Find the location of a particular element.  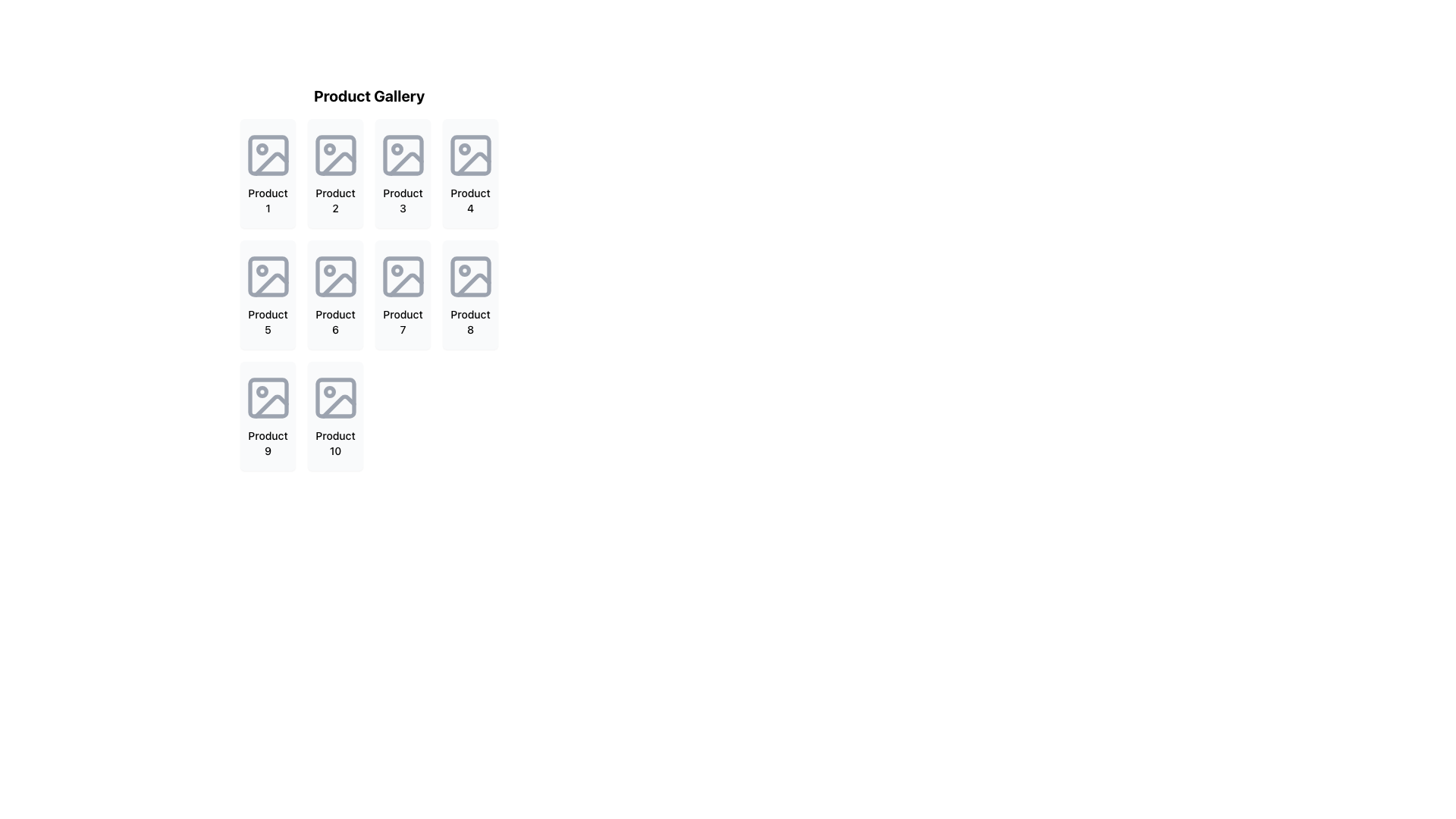

the icon element representing the image placeholder for 'Product 4', located in the second row and second column of the grid layout is located at coordinates (469, 155).